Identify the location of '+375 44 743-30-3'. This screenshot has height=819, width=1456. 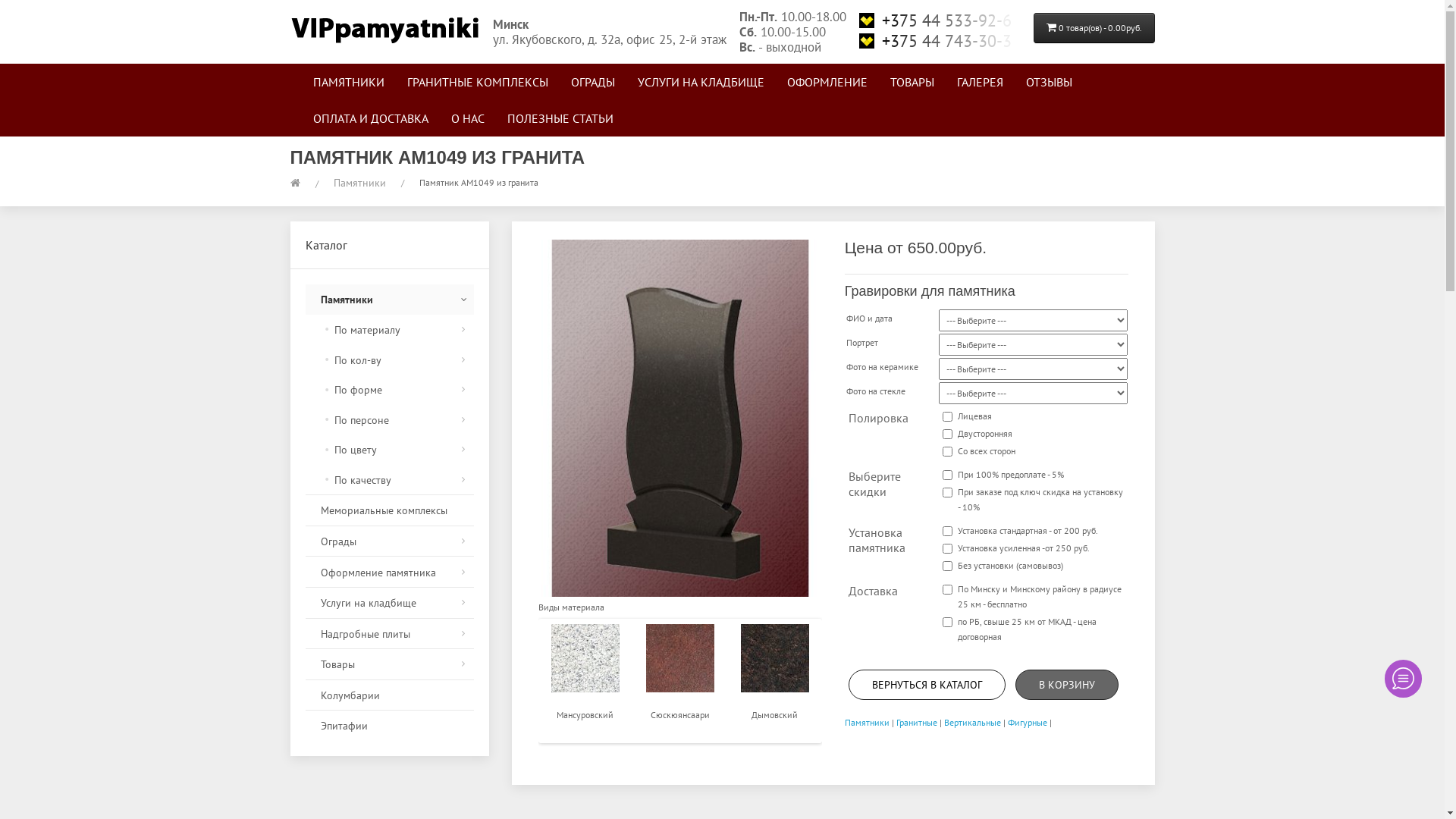
(938, 40).